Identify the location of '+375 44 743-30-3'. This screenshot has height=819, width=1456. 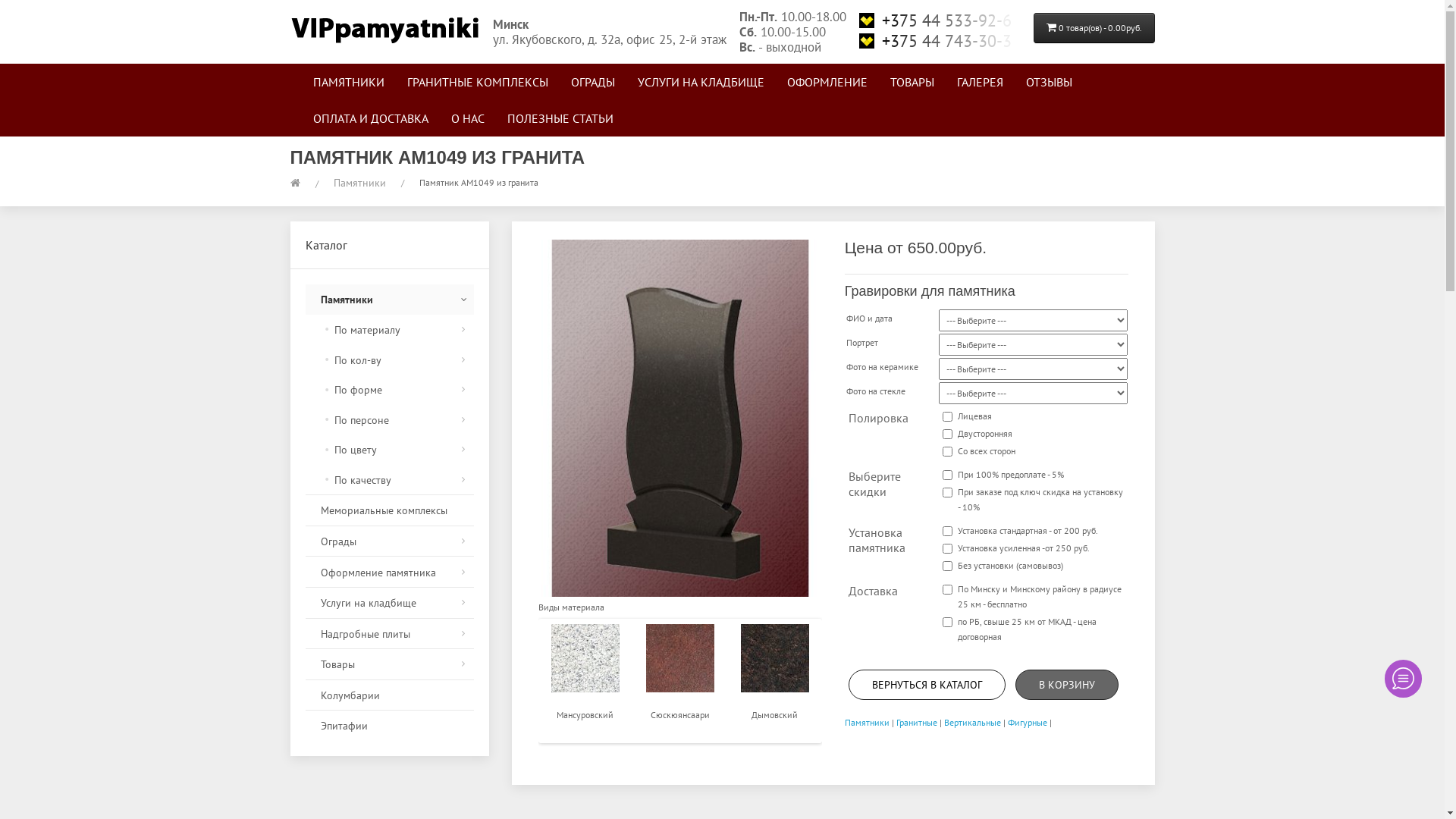
(938, 40).